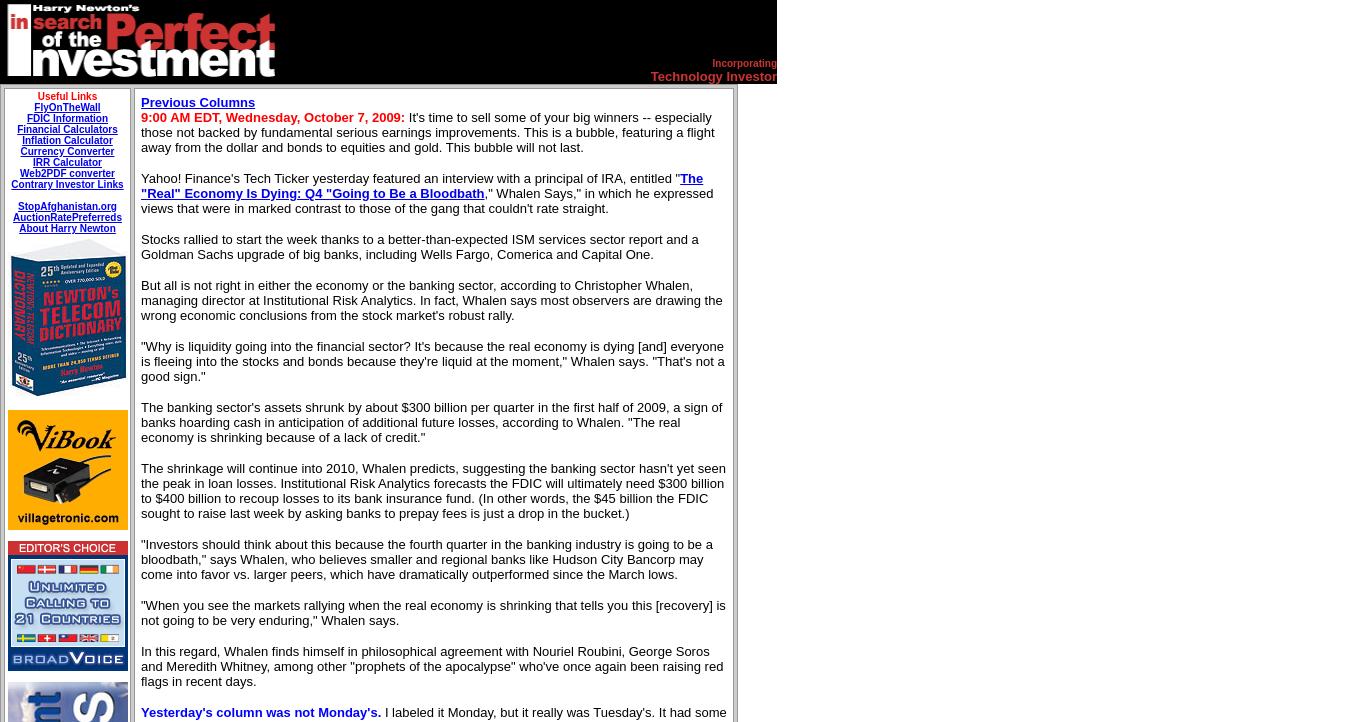 Image resolution: width=1350 pixels, height=722 pixels. I want to click on 'Useful 
                Links', so click(35, 95).